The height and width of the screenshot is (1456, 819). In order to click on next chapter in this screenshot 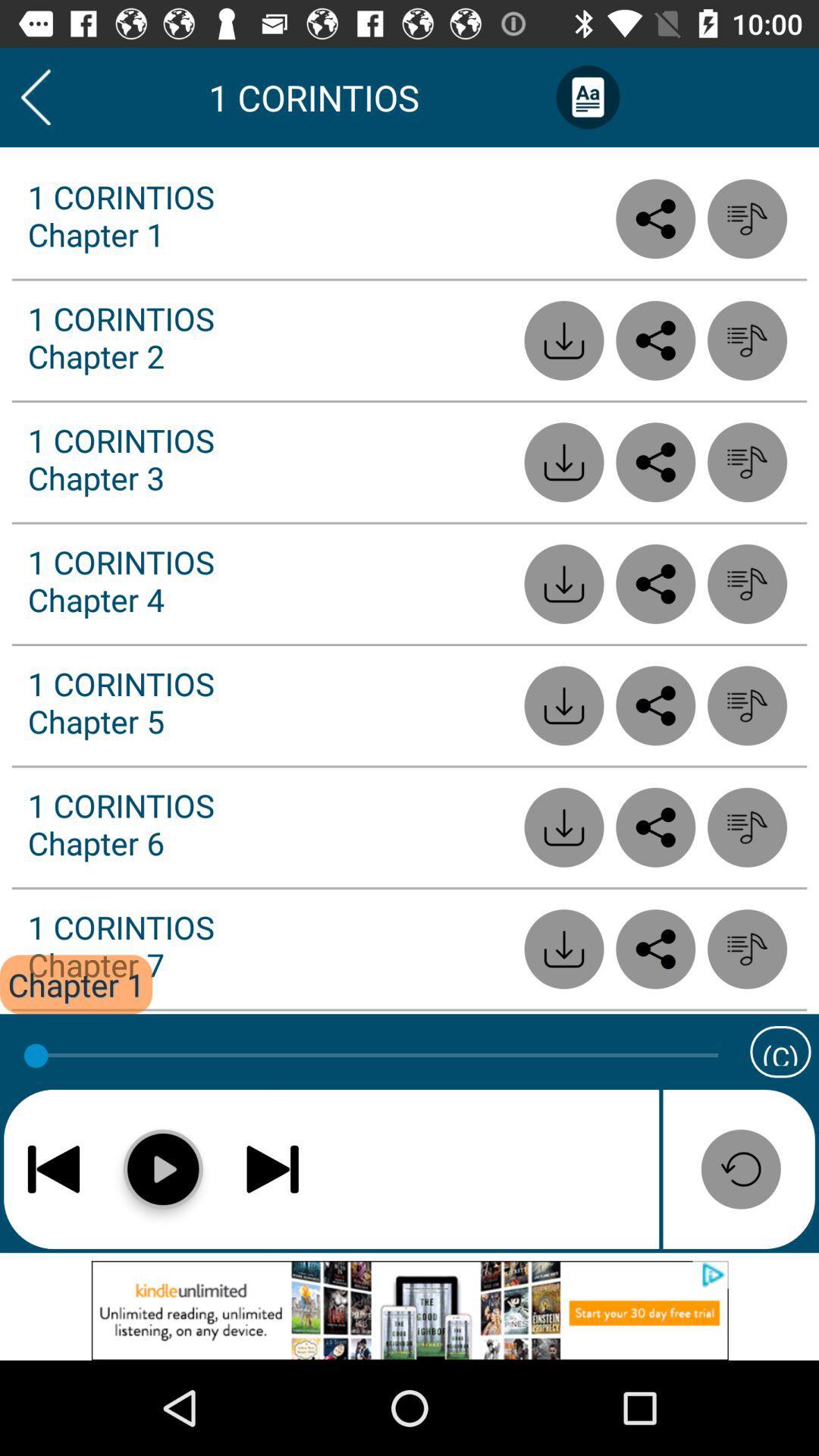, I will do `click(271, 1168)`.